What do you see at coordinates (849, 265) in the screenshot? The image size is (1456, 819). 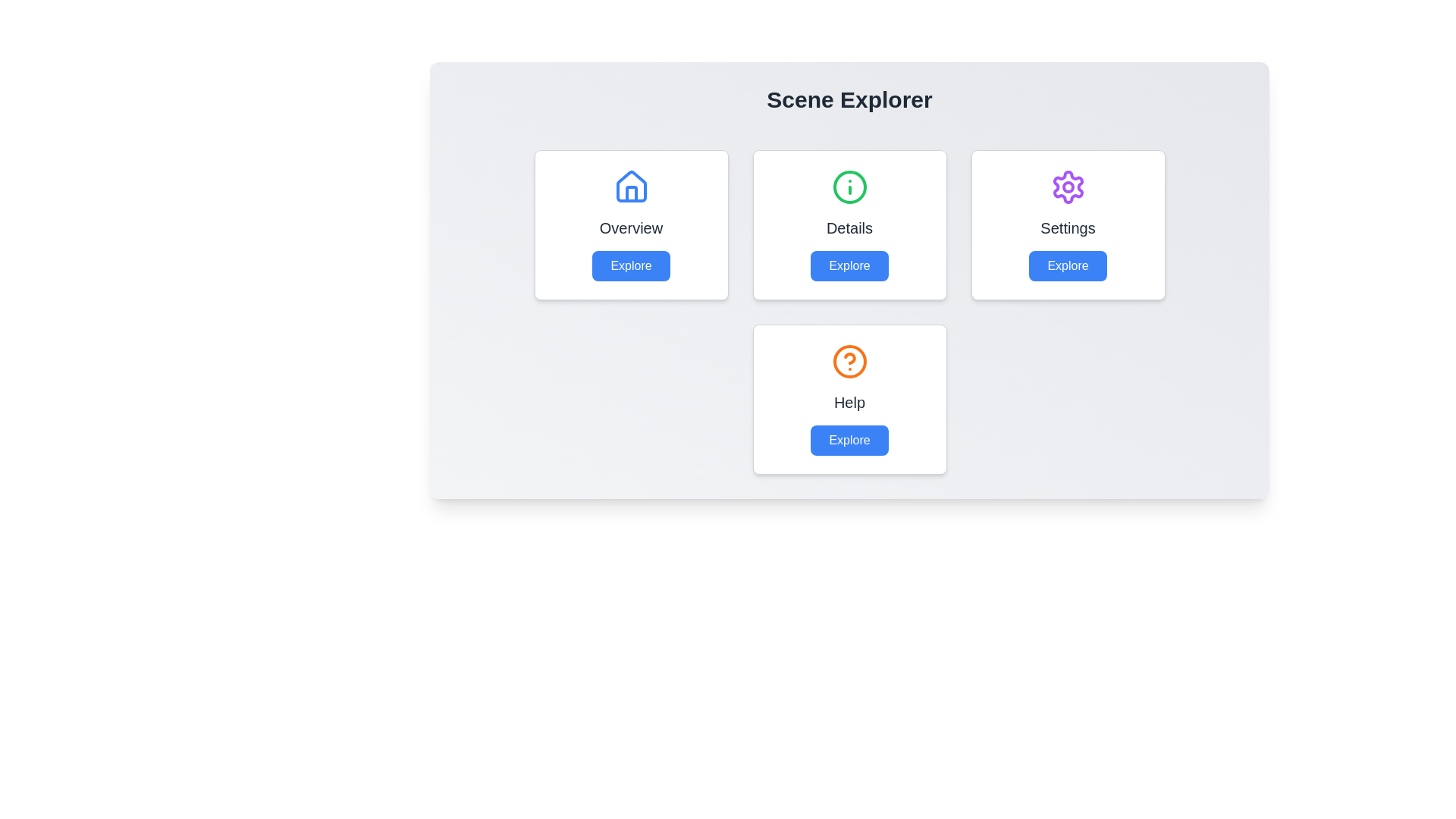 I see `the button located at the bottom of the 'Details' card in the second column to visualize hover effects` at bounding box center [849, 265].